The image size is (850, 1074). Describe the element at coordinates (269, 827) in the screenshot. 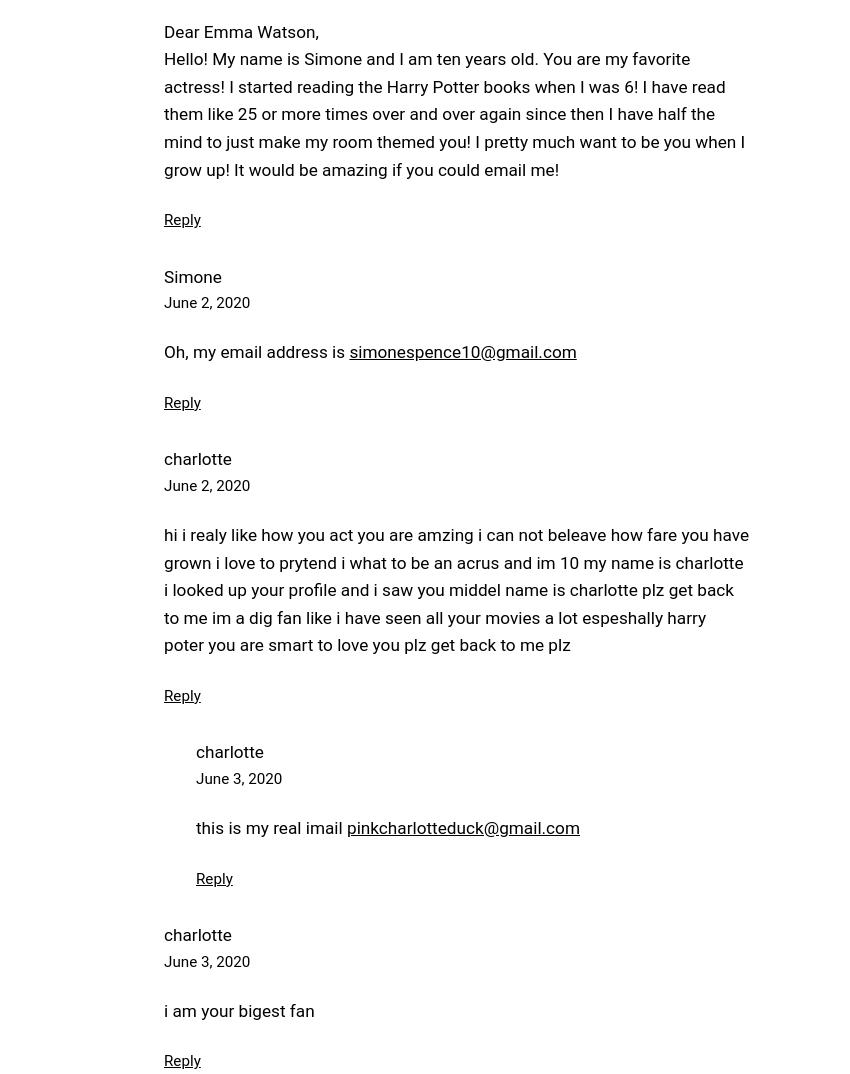

I see `'this is my real imail'` at that location.